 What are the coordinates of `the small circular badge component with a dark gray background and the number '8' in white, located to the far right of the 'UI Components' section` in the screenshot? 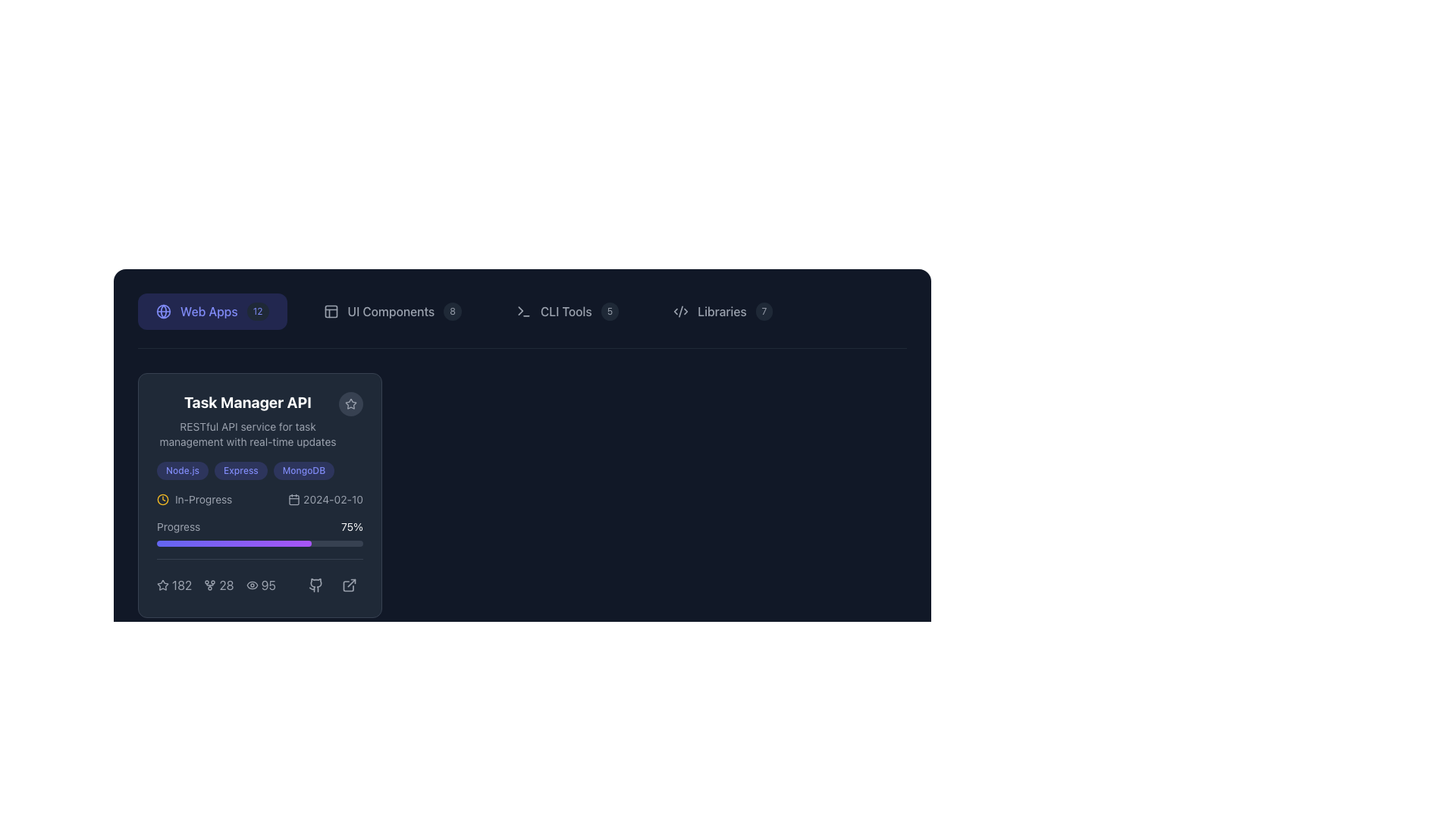 It's located at (452, 311).